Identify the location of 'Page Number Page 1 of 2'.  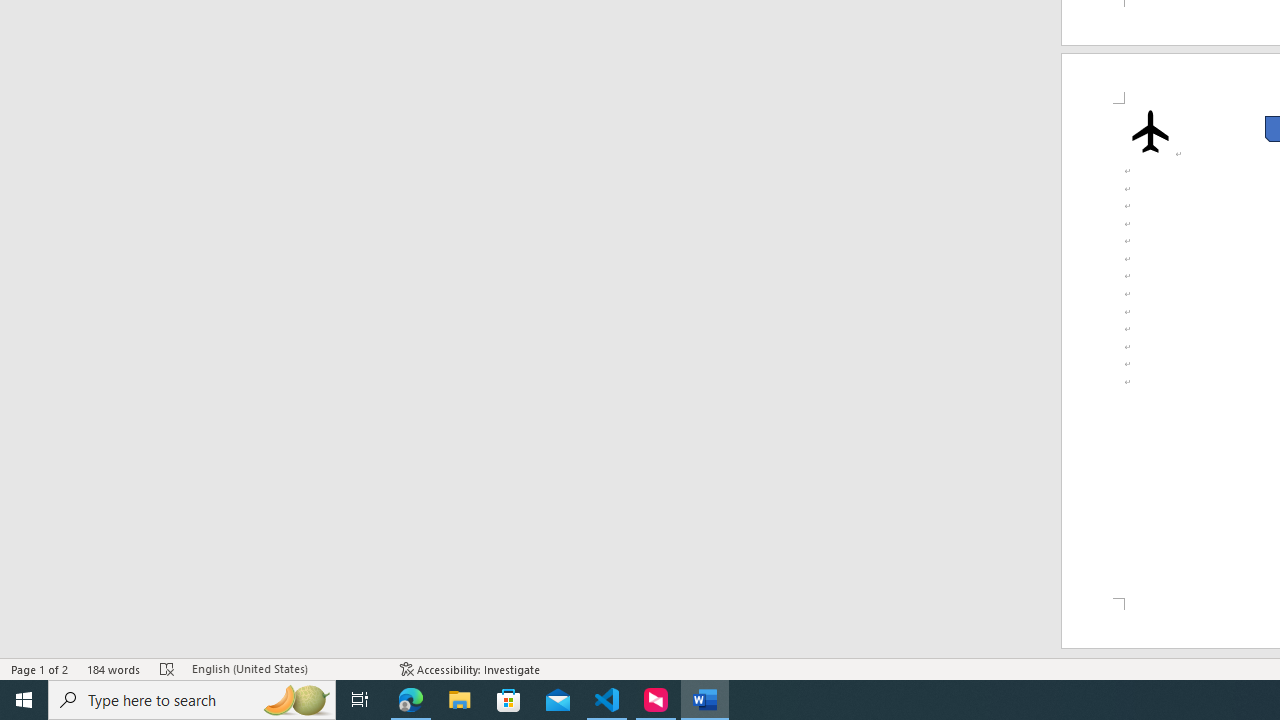
(40, 669).